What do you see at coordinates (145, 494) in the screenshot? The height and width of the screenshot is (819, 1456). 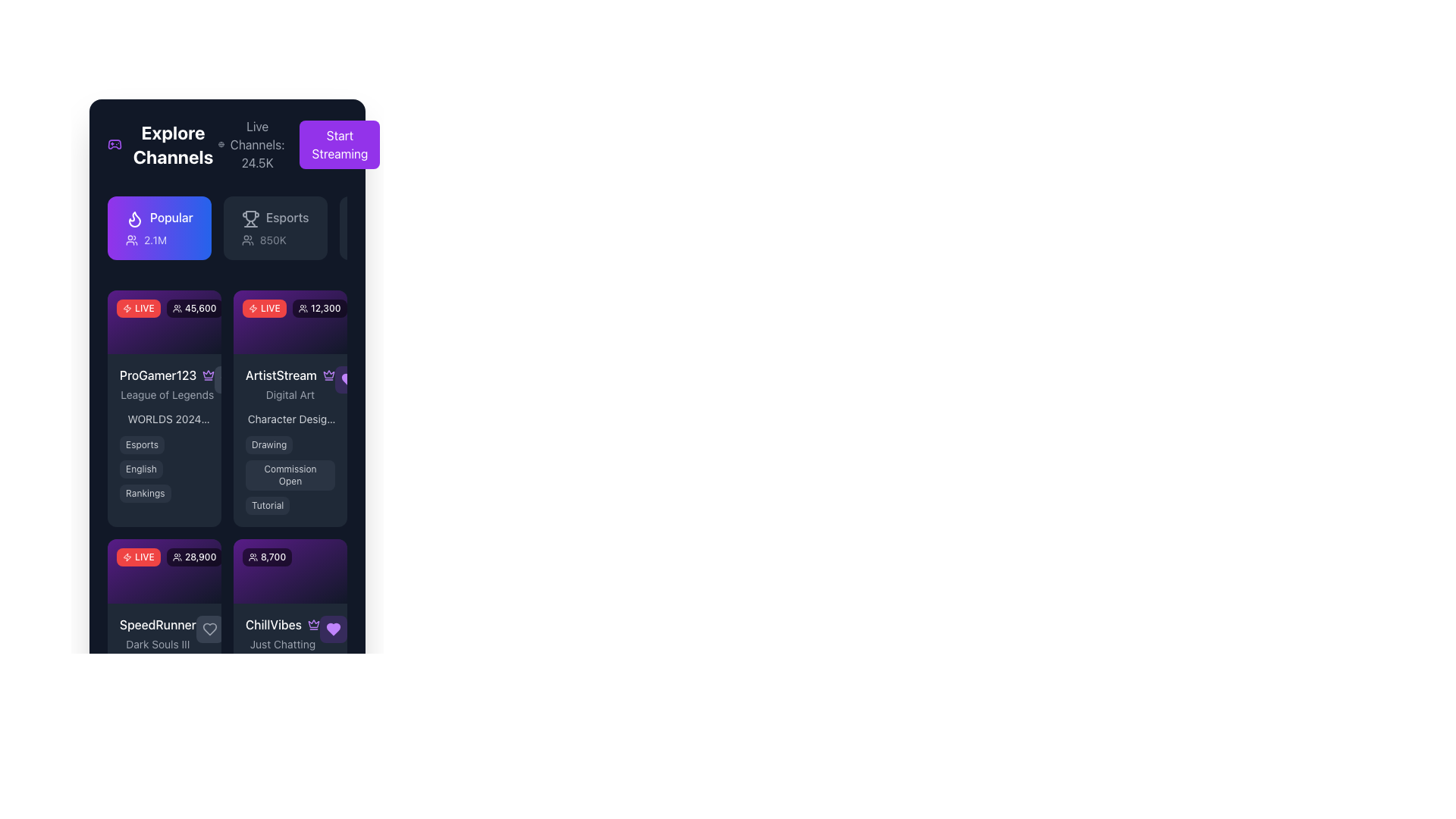 I see `the 'Rankings' label, which is the third item in a vertically stacked list of labels including 'Esports' and 'English', located on the second row of a card layout` at bounding box center [145, 494].